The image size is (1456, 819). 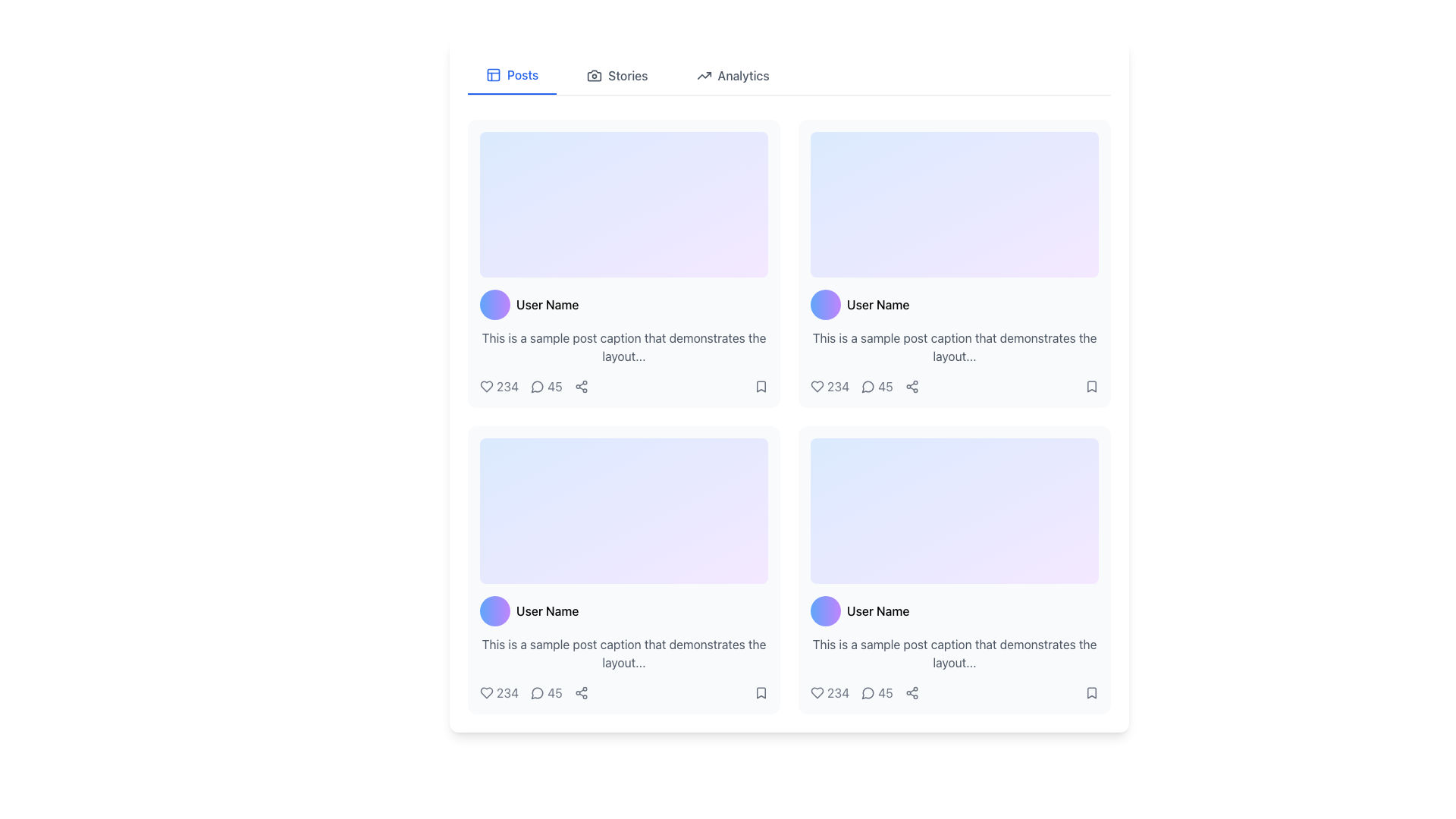 I want to click on the first post card in the top-left corner of the two-column grid layout, so click(x=623, y=262).